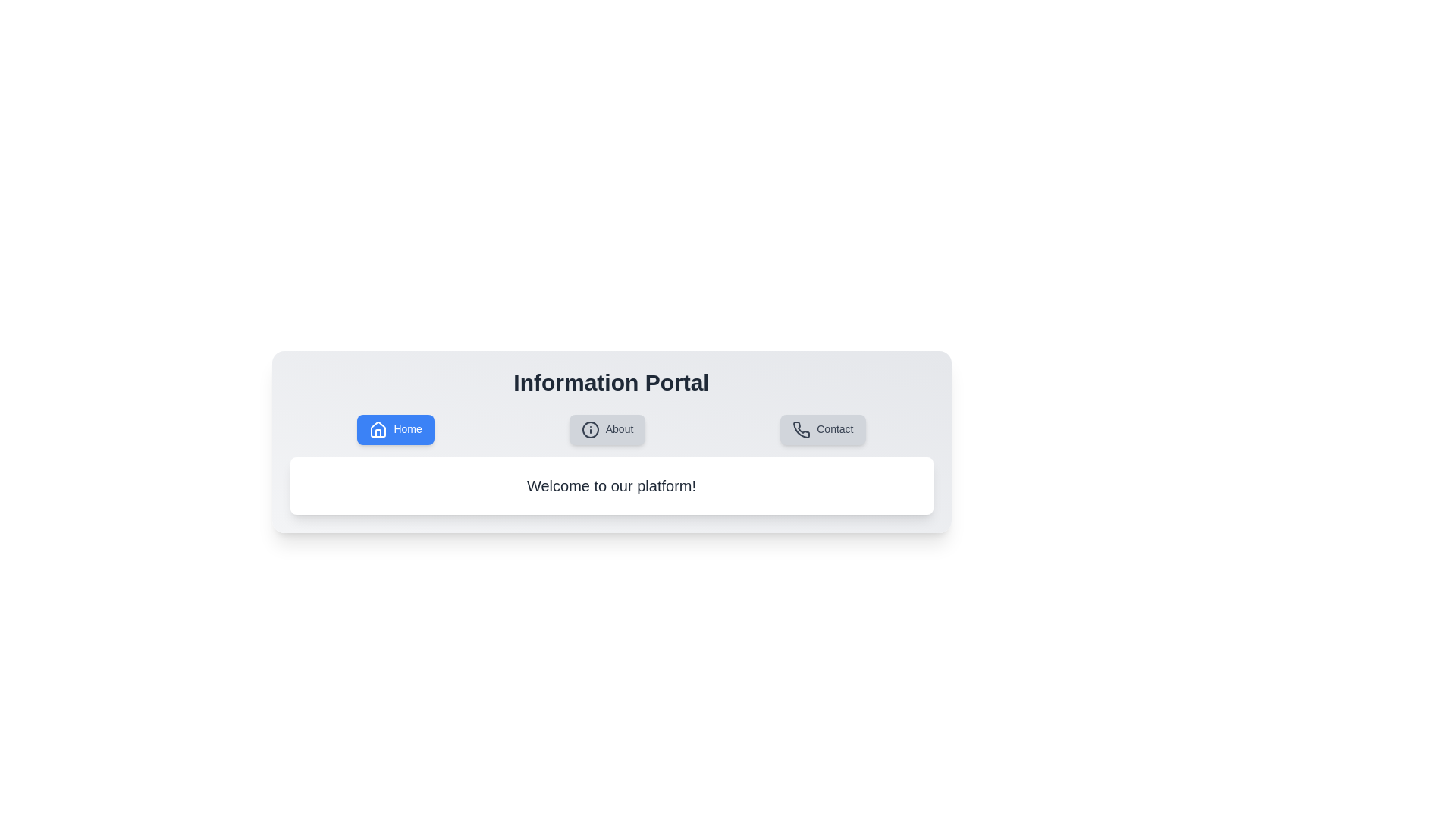 This screenshot has height=819, width=1456. Describe the element at coordinates (589, 430) in the screenshot. I see `the 'About' button which contains a gray circular icon with two vertical dots in its center for keyboard actions` at that location.